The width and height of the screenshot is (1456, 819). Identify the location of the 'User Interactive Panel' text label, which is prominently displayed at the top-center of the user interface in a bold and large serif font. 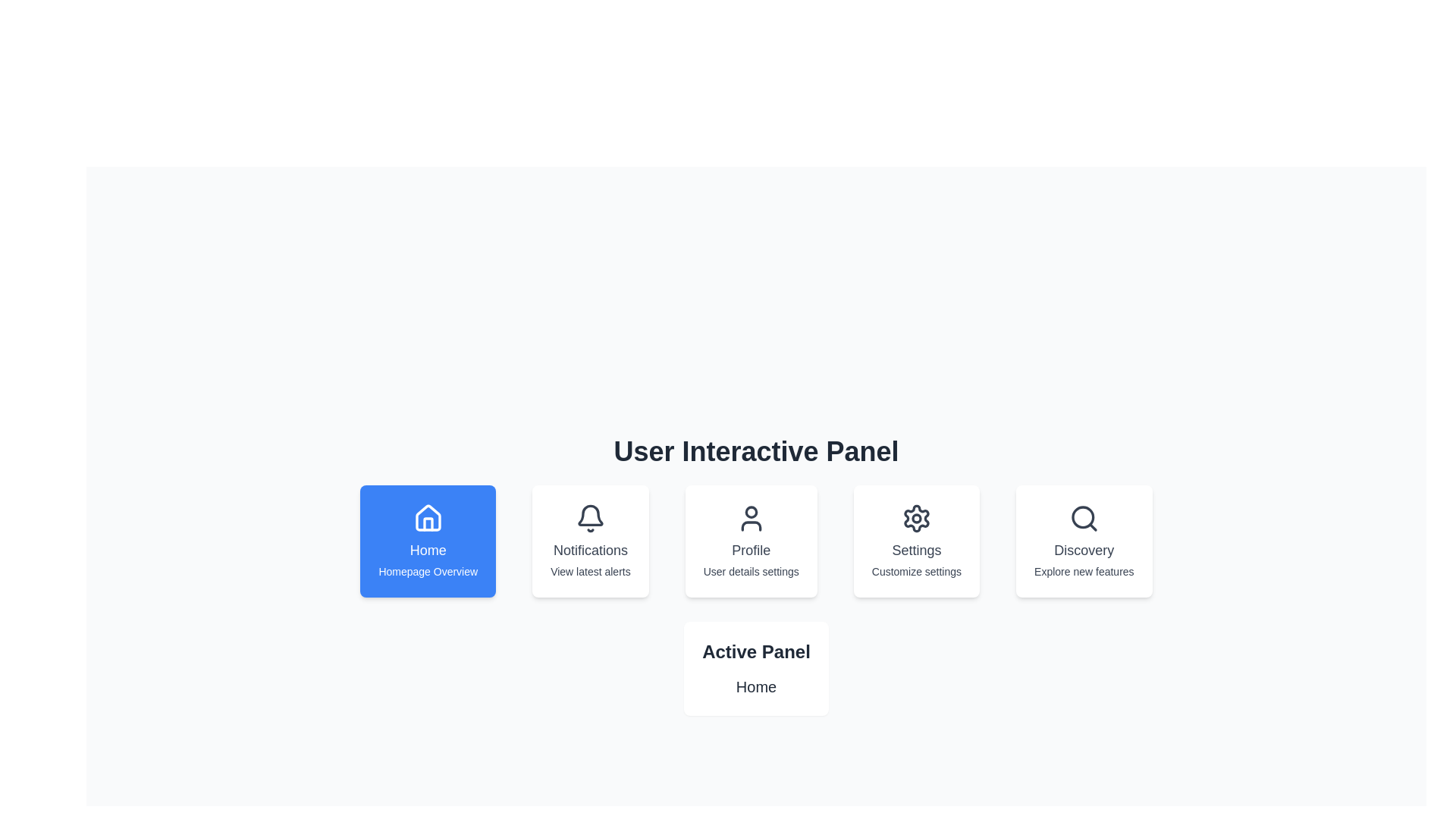
(756, 451).